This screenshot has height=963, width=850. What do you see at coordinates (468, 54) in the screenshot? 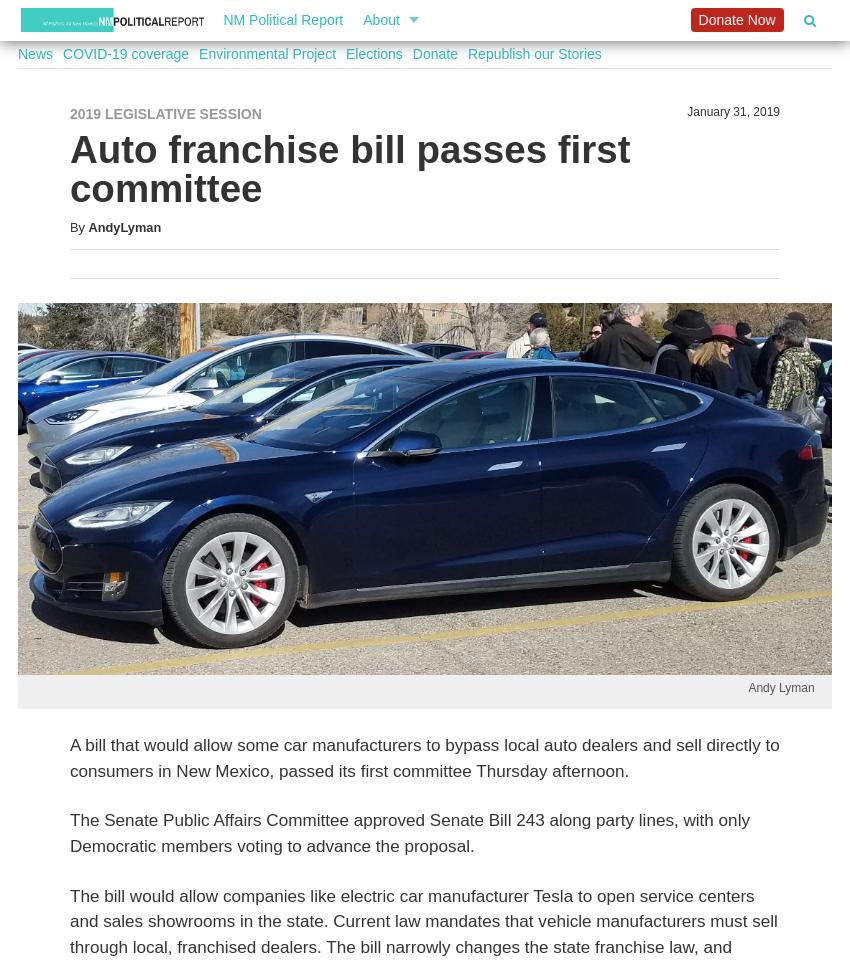
I see `'Republish our Stories'` at bounding box center [468, 54].